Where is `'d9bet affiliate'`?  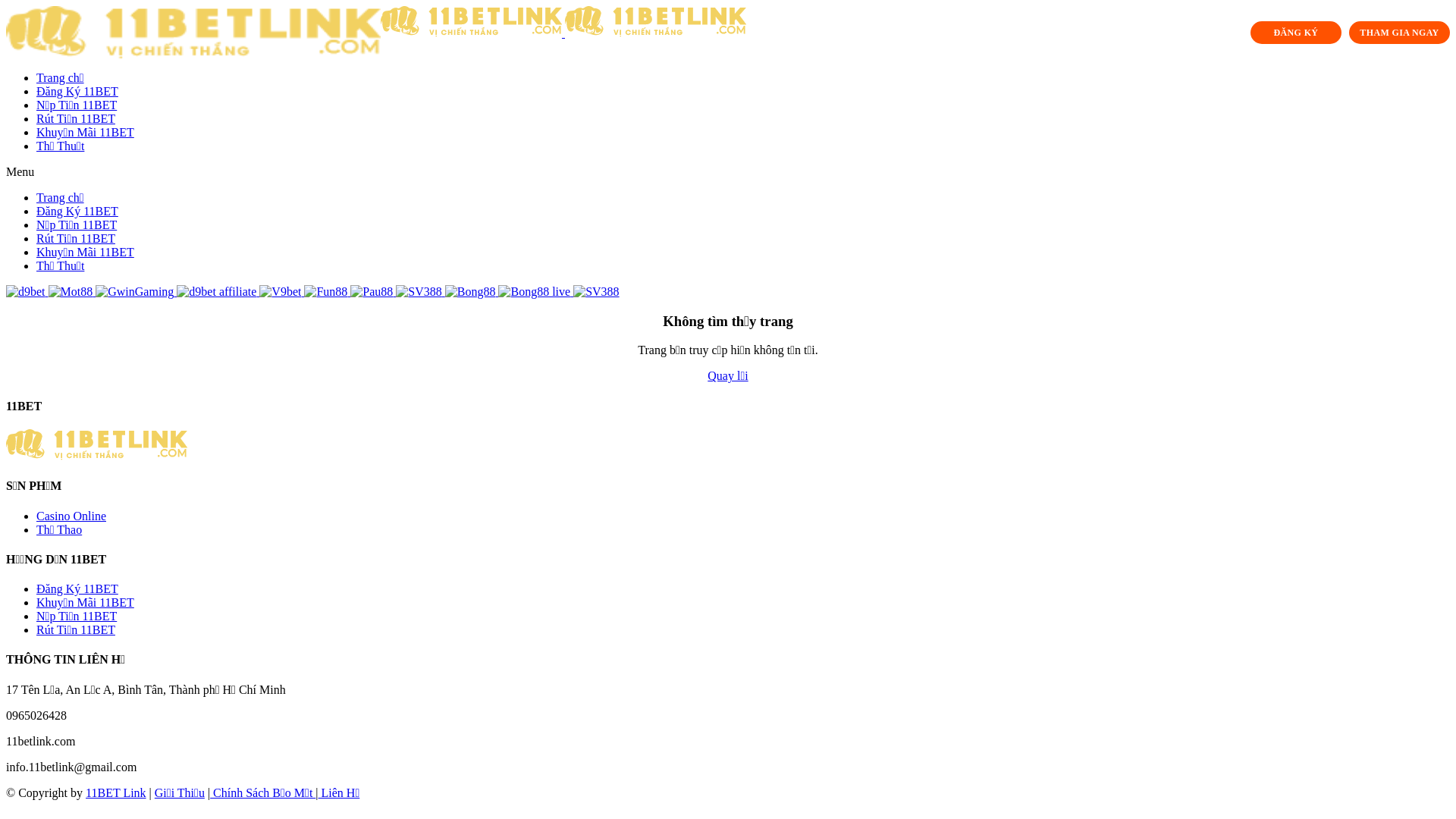 'd9bet affiliate' is located at coordinates (217, 291).